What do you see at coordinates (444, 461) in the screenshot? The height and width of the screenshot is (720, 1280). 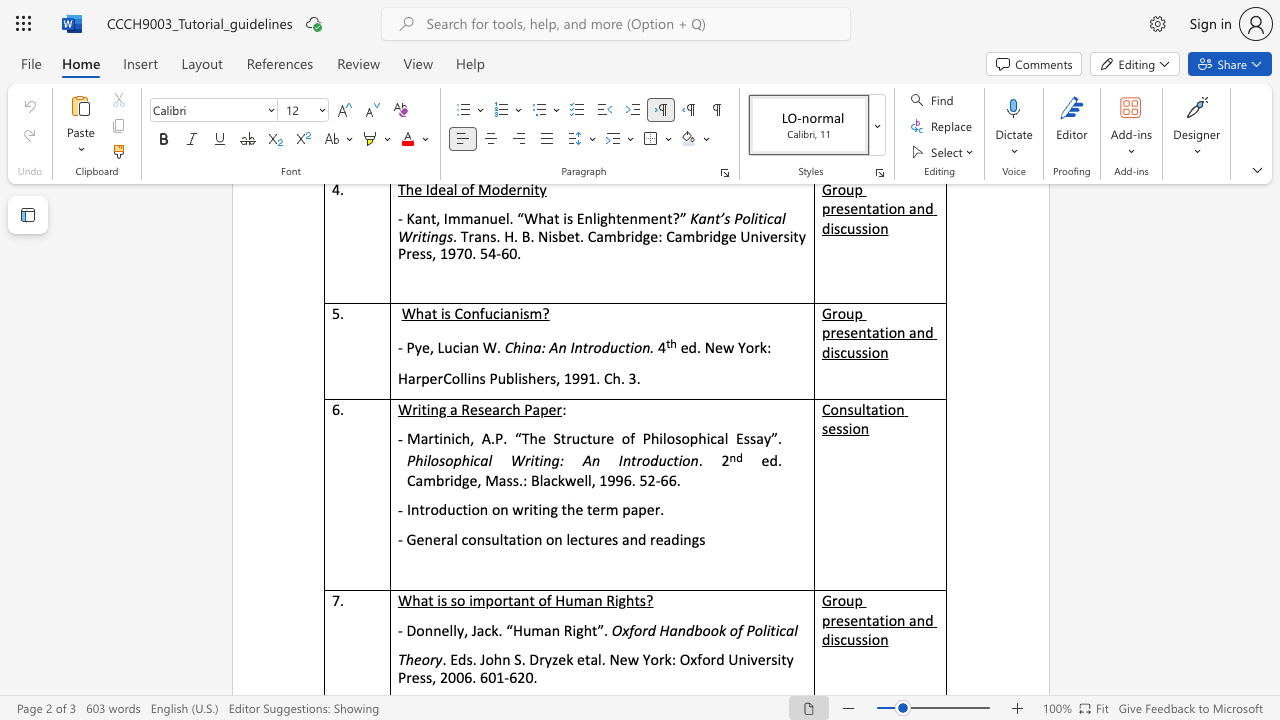 I see `the subset text "ophical Writing: An I" within the text "Philosophical Writing: An Introduction"` at bounding box center [444, 461].